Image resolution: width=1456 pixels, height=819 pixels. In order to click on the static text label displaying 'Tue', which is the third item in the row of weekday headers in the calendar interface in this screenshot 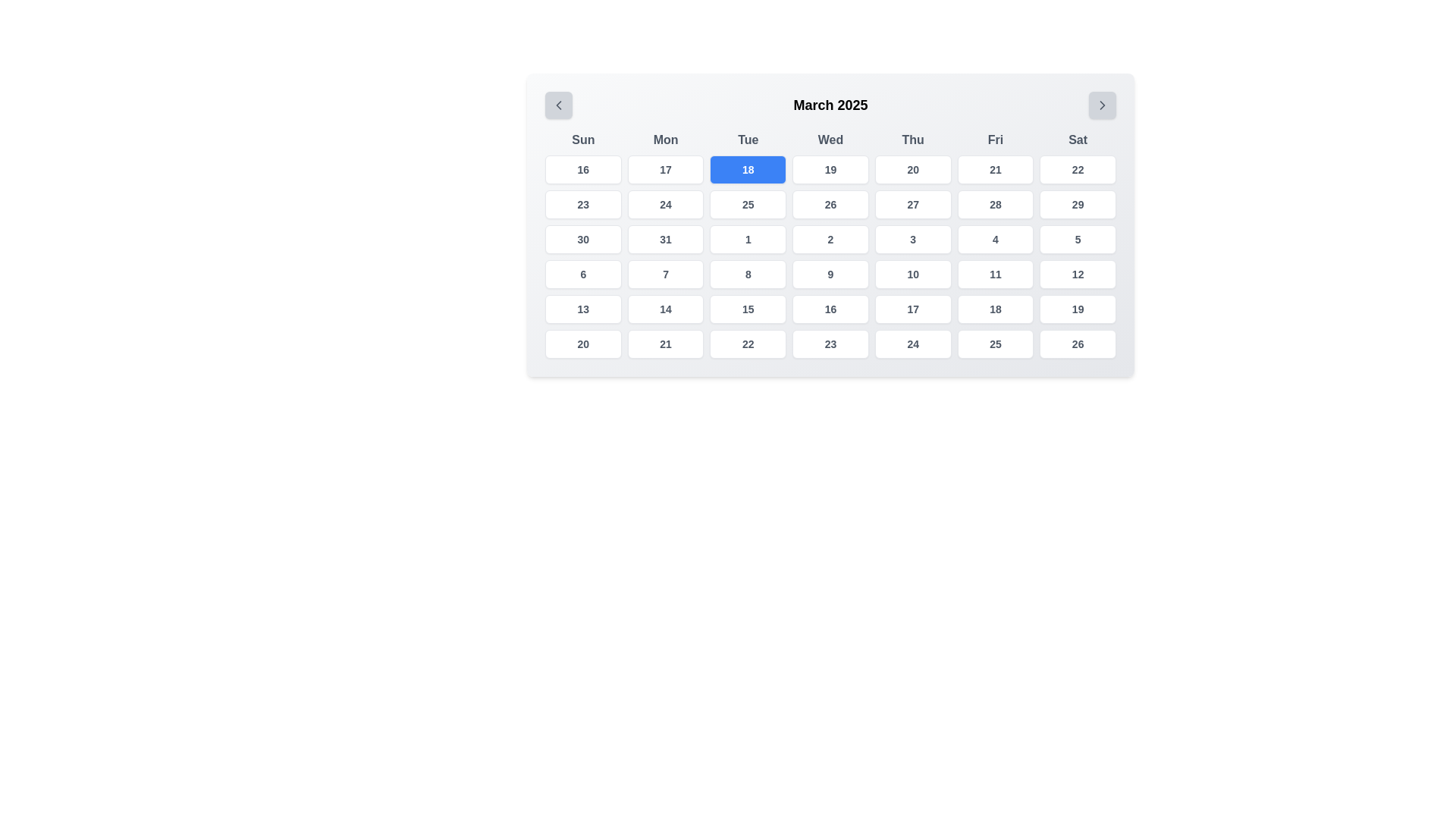, I will do `click(748, 140)`.